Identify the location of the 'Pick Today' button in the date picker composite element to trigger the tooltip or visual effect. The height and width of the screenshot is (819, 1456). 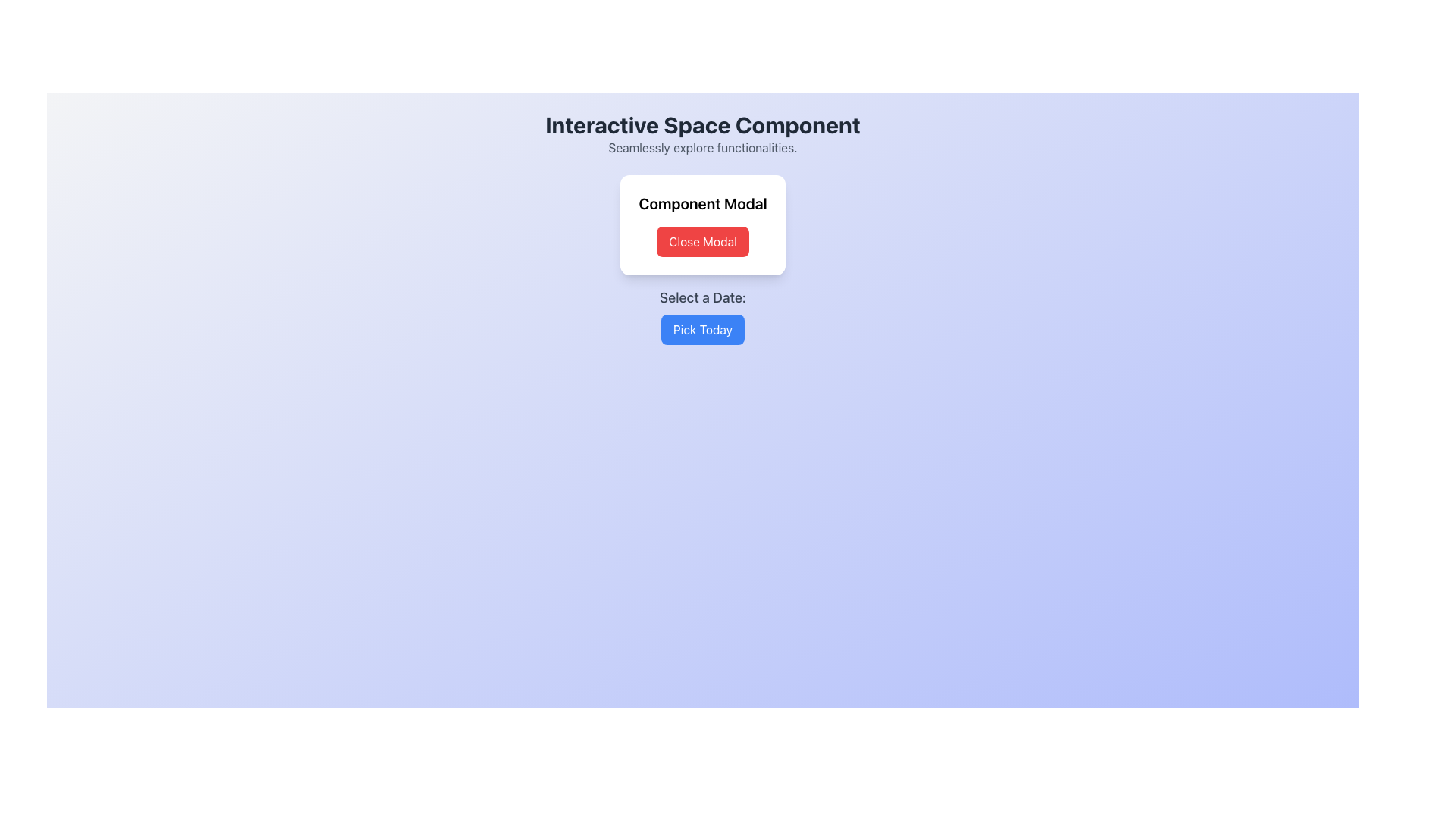
(701, 315).